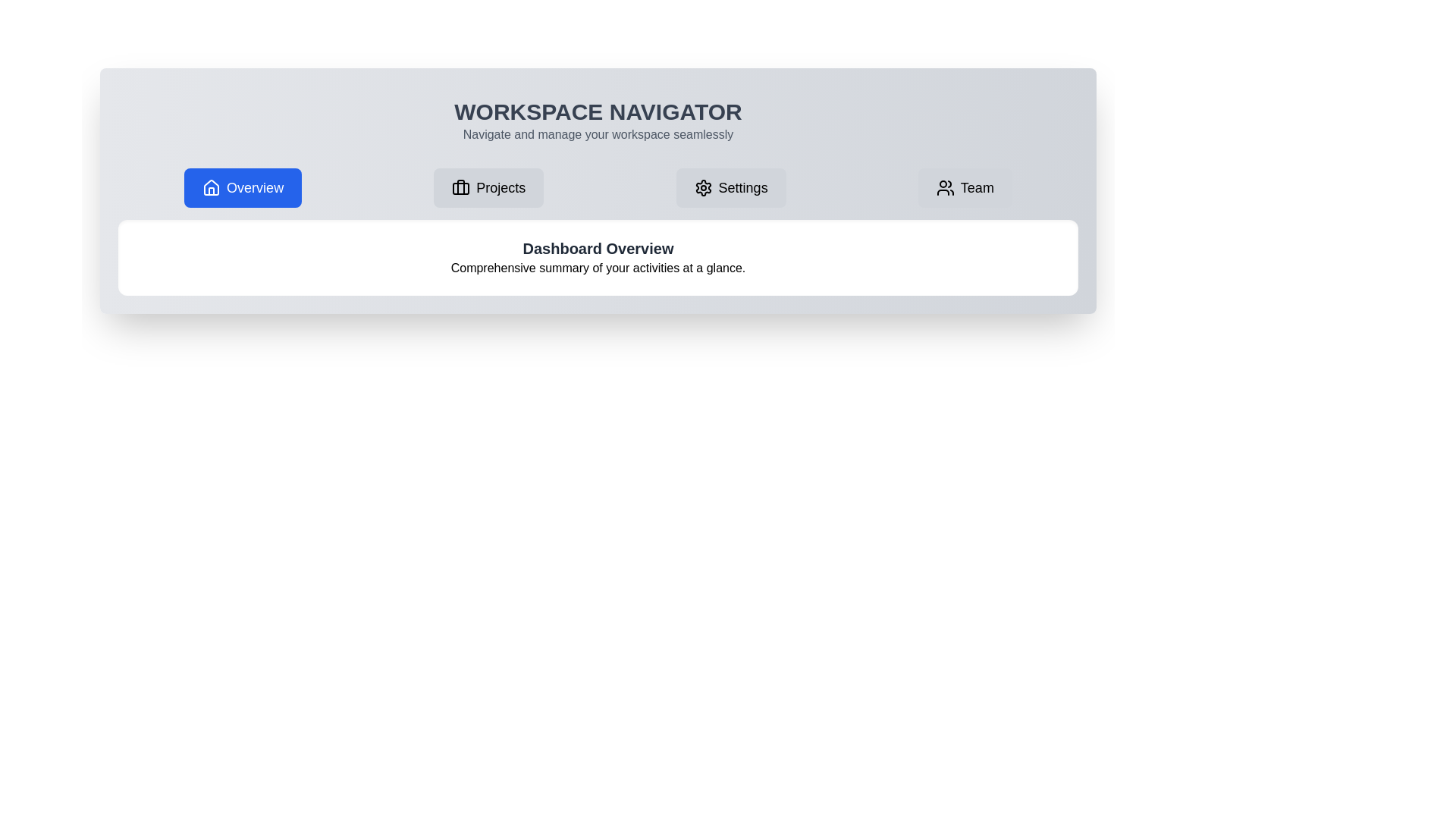 This screenshot has width=1456, height=819. Describe the element at coordinates (255, 187) in the screenshot. I see `the text label indicating the overview section of the workspace, located under the 'WORKSPACE NAVIGATOR' header, to the right of the house icon` at that location.